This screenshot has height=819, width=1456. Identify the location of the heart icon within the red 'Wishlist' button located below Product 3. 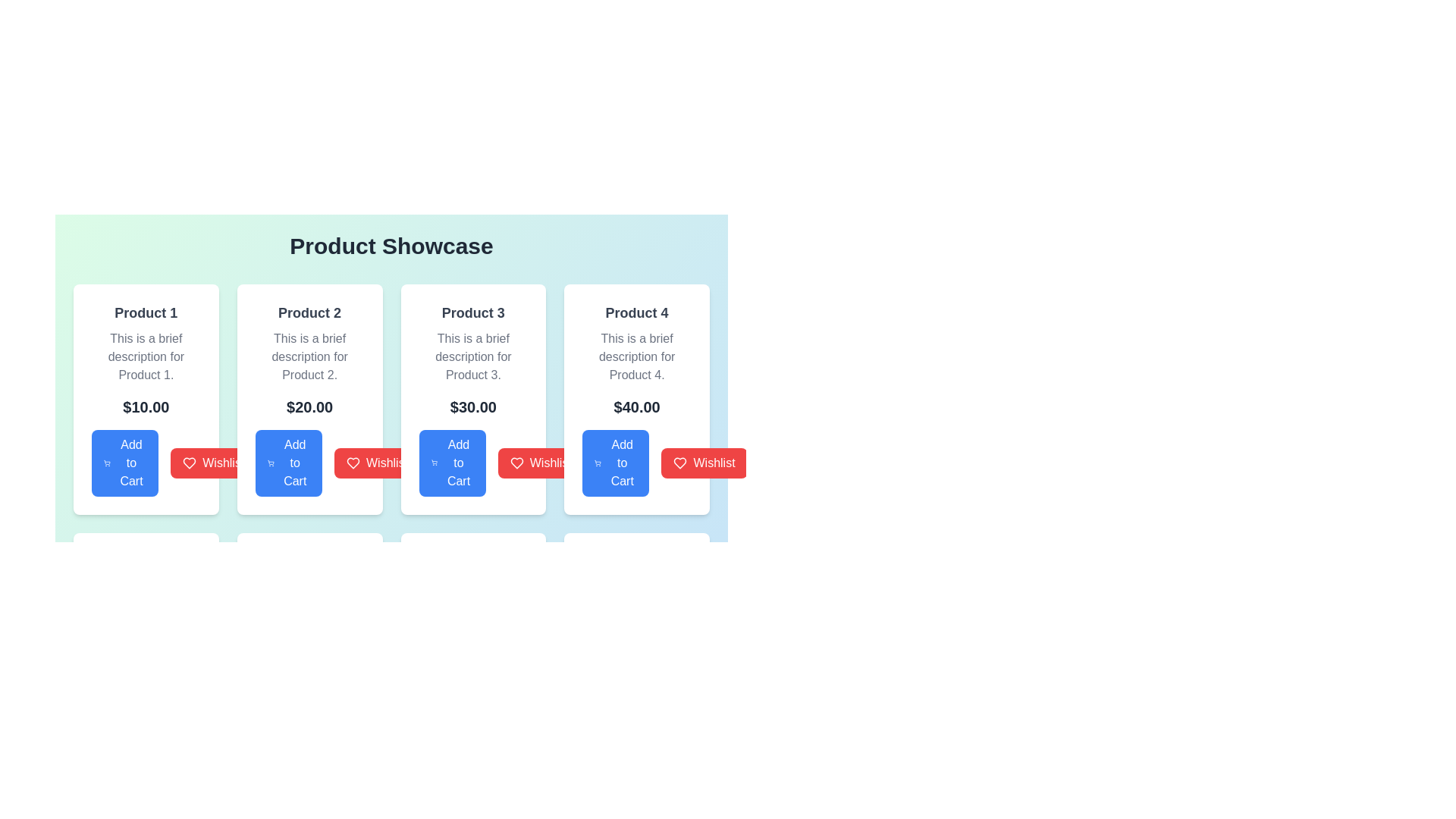
(516, 462).